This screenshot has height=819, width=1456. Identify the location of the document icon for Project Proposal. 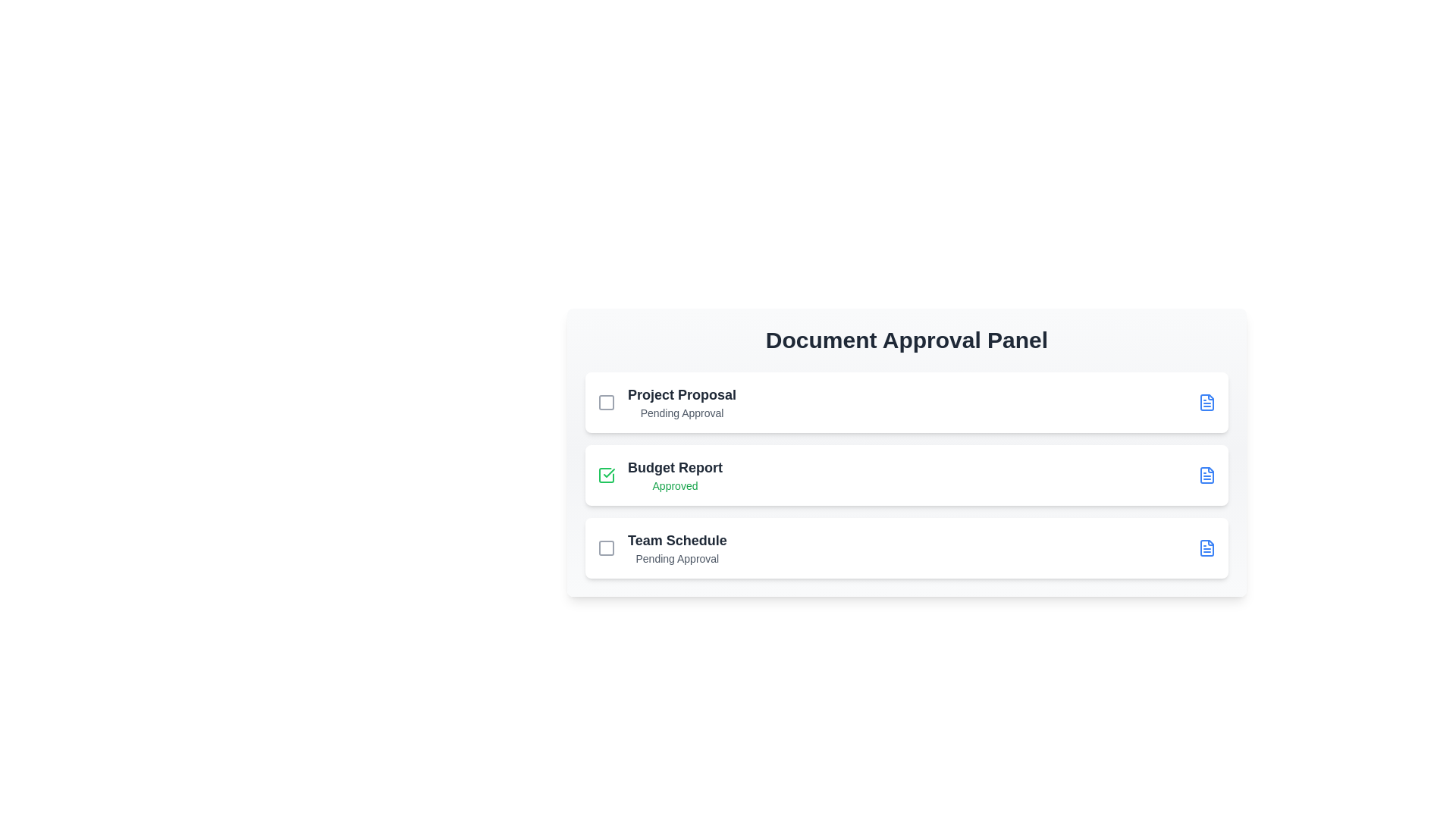
(1207, 402).